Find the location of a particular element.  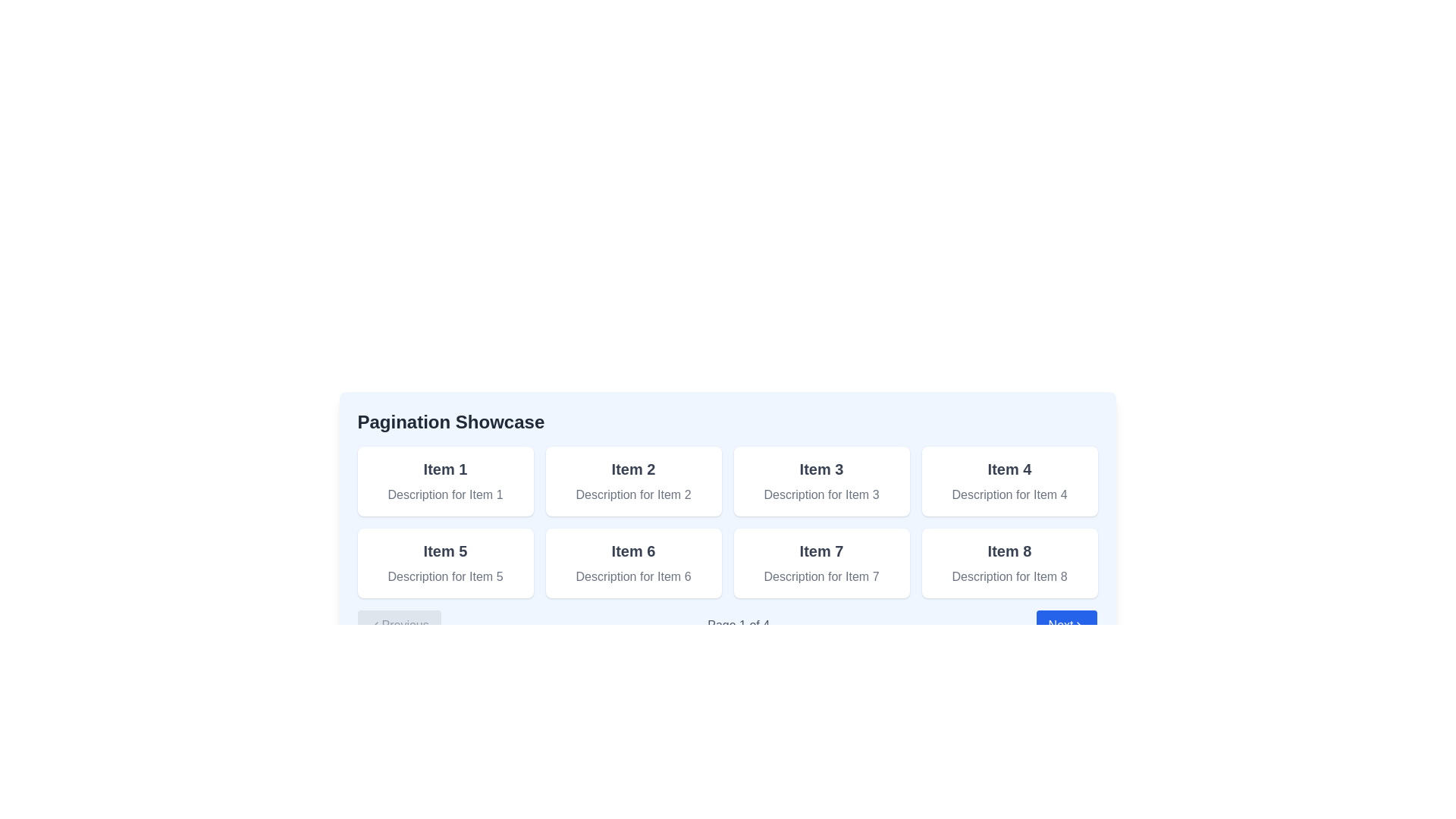

the text label element that displays 'Description for Item 2', located below the title in the card labeled 'Item 2' is located at coordinates (633, 494).